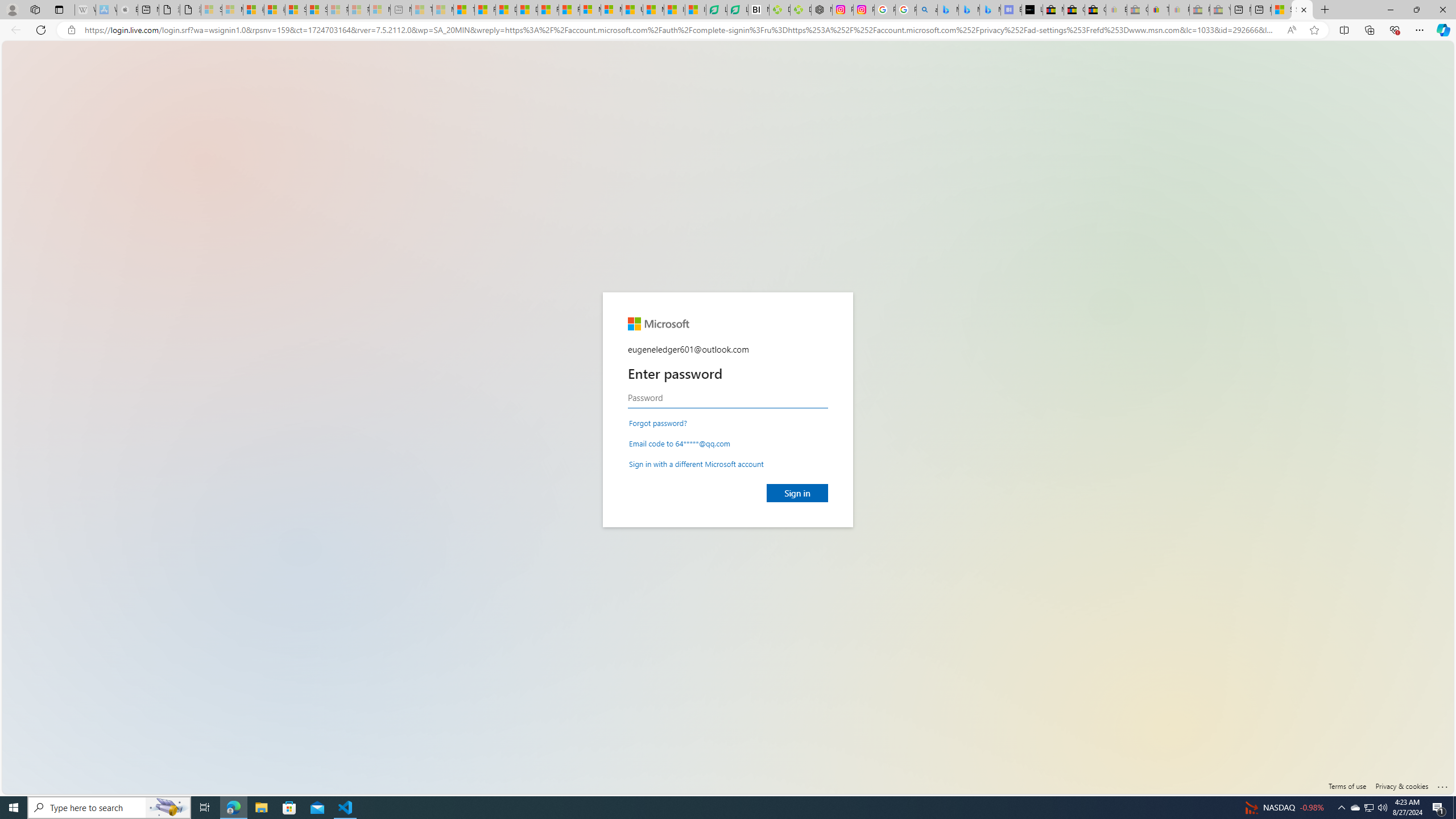  I want to click on 'Forgot password?', so click(658, 422).